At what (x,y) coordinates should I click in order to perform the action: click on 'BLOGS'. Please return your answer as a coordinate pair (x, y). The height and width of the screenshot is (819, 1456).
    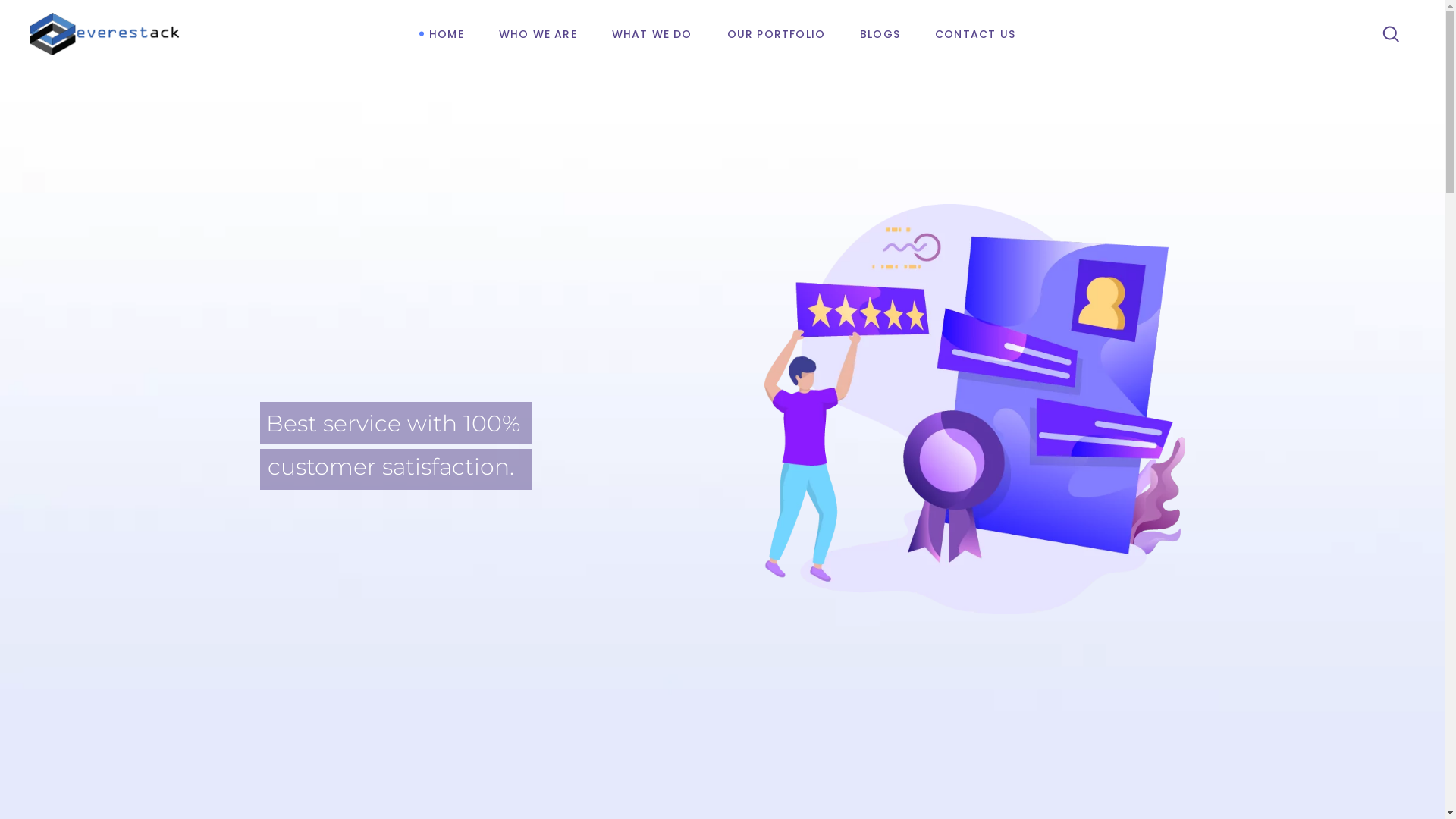
    Looking at the image, I should click on (880, 34).